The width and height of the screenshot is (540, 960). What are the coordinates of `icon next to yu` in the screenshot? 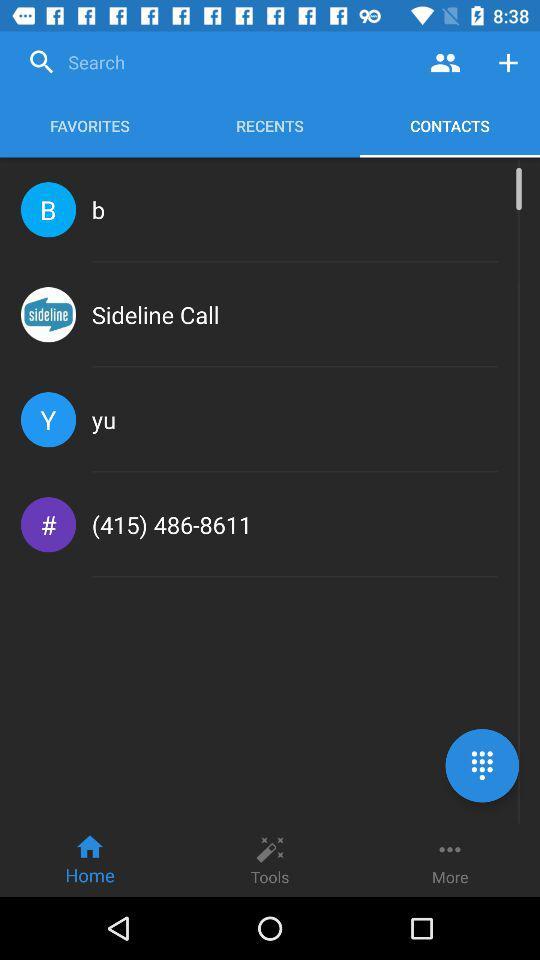 It's located at (48, 418).